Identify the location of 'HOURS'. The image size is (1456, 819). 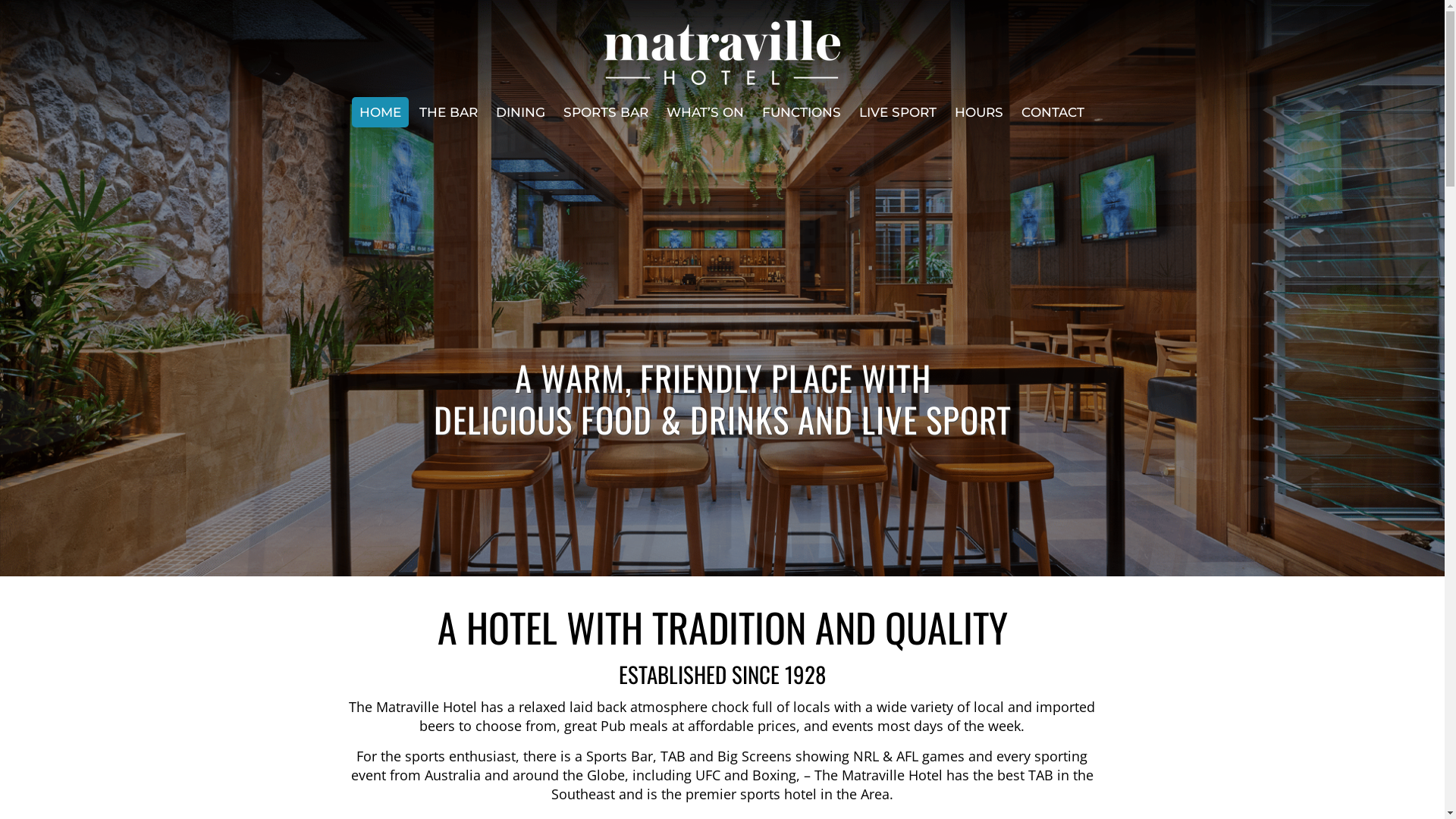
(979, 111).